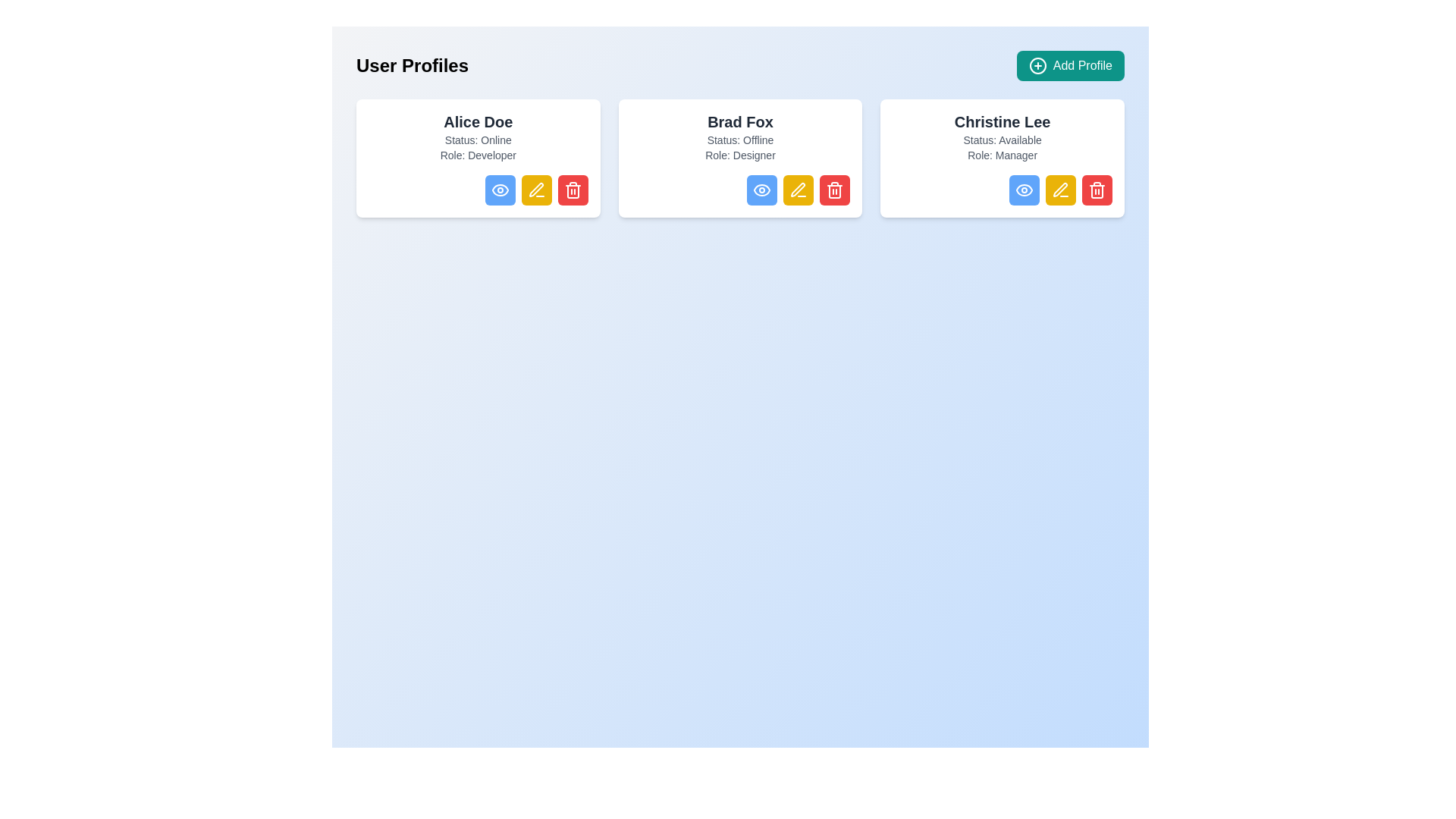 Image resolution: width=1456 pixels, height=819 pixels. Describe the element at coordinates (477, 158) in the screenshot. I see `the leftmost informational card in the grid layout, which has a white background and contains three rounded buttons` at that location.